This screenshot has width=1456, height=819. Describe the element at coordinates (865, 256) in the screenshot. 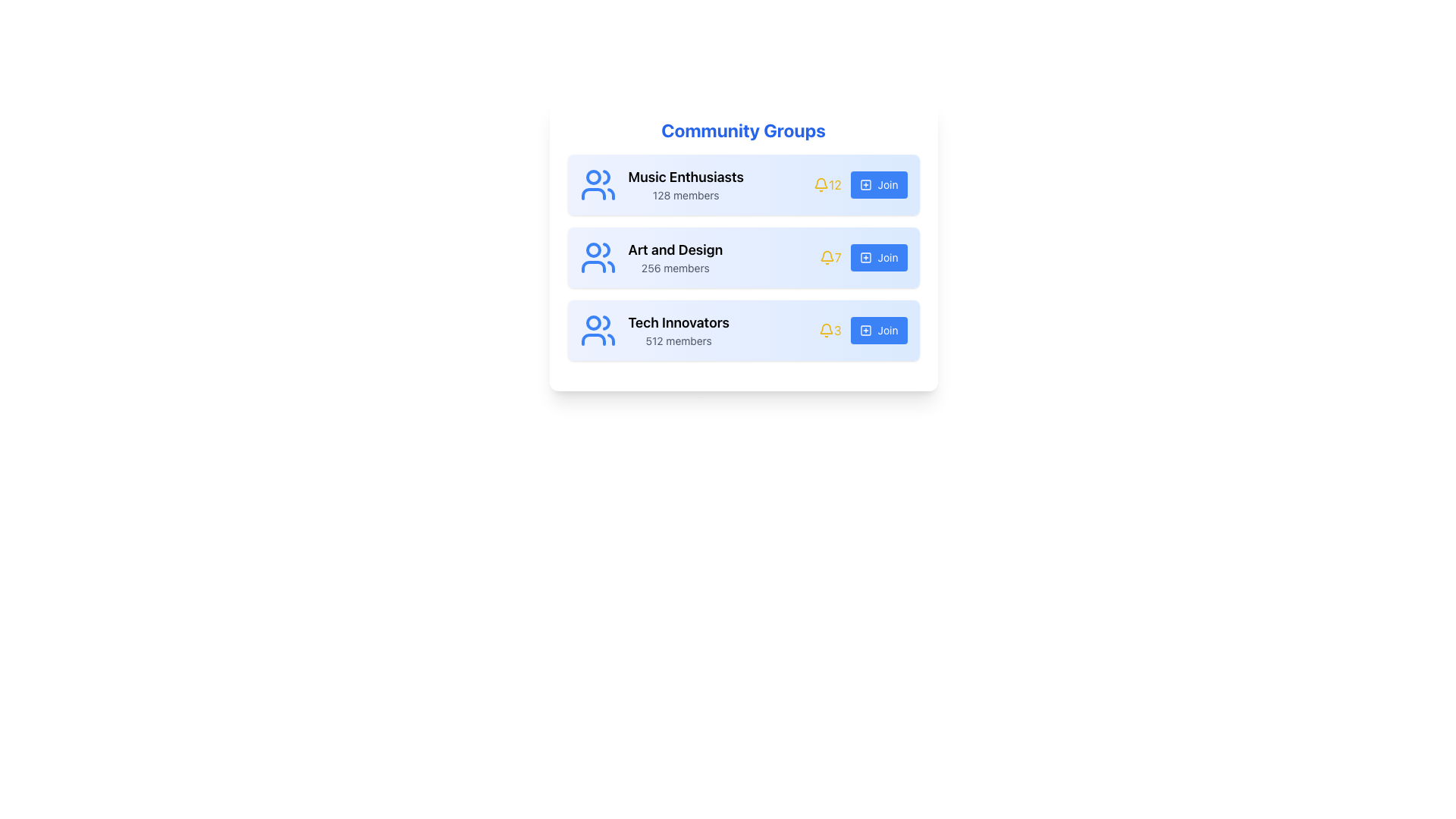

I see `the square icon with a plus sign to initiate the join action for the 'Art and Design' community group` at that location.